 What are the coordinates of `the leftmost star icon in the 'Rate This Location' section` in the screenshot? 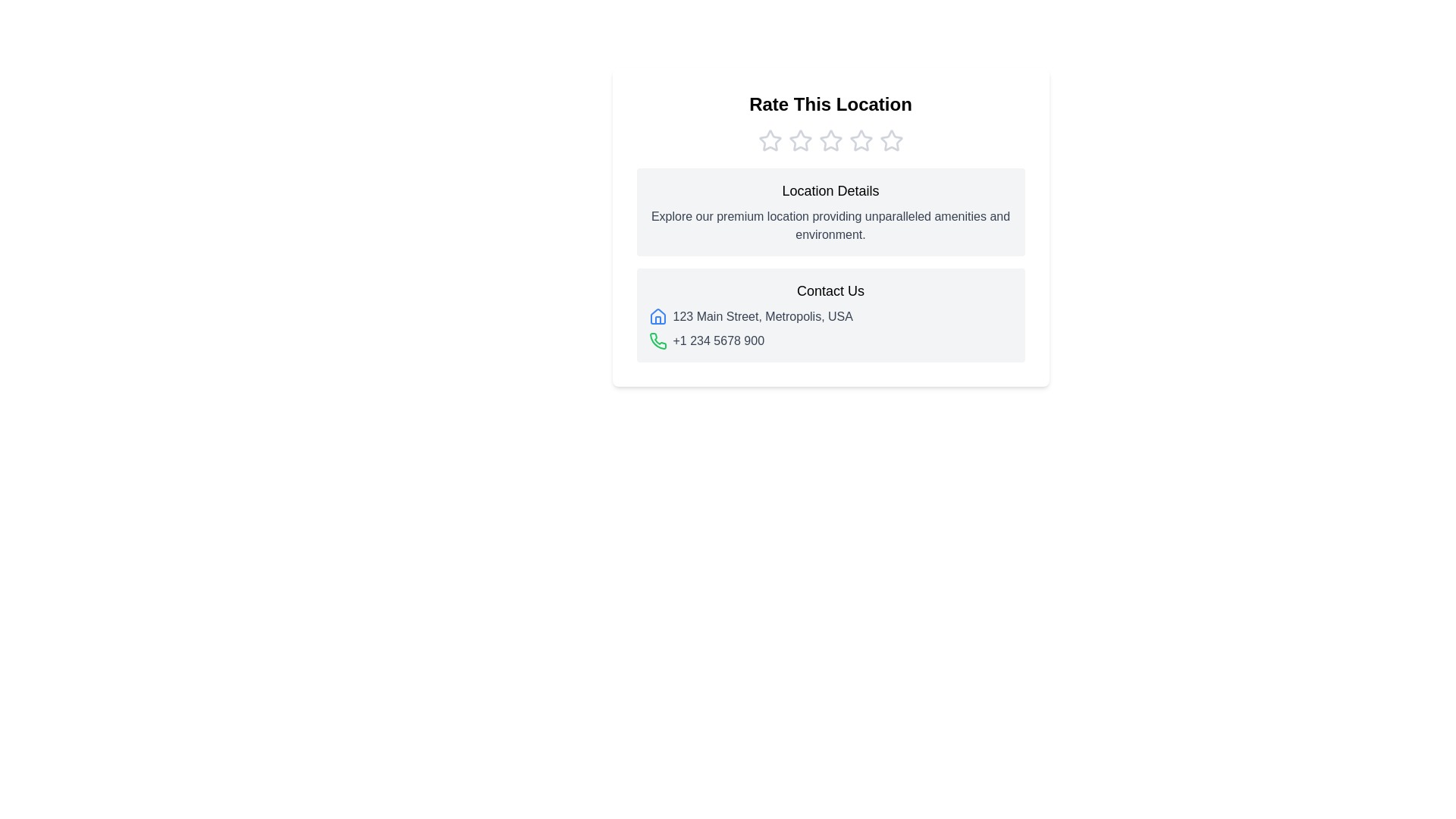 It's located at (770, 140).